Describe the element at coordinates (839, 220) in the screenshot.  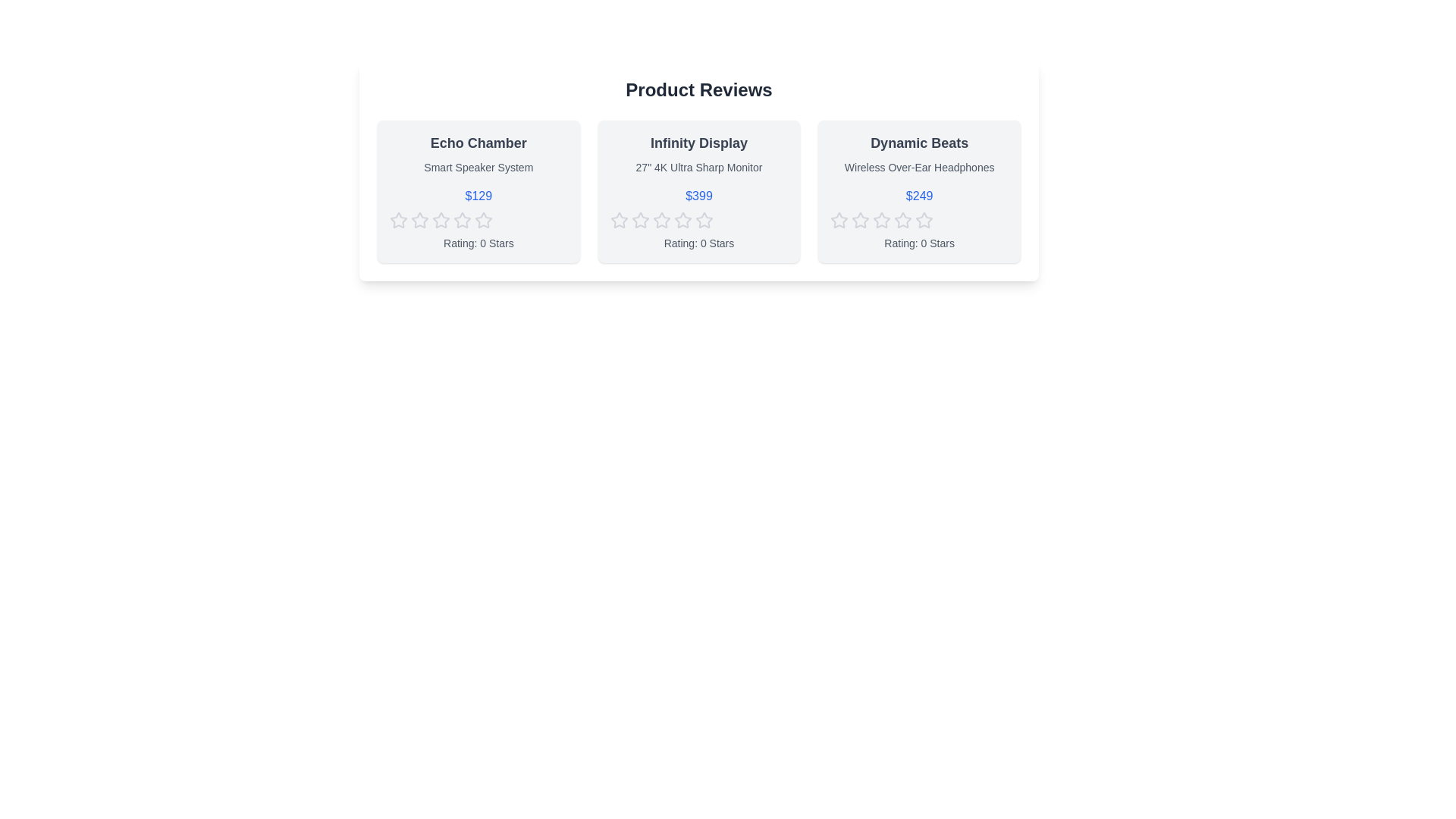
I see `the first rating star icon under the 'Dynamic Beats' section in the rightmost card of the product review cards to initiate a tooltip or visual feedback` at that location.